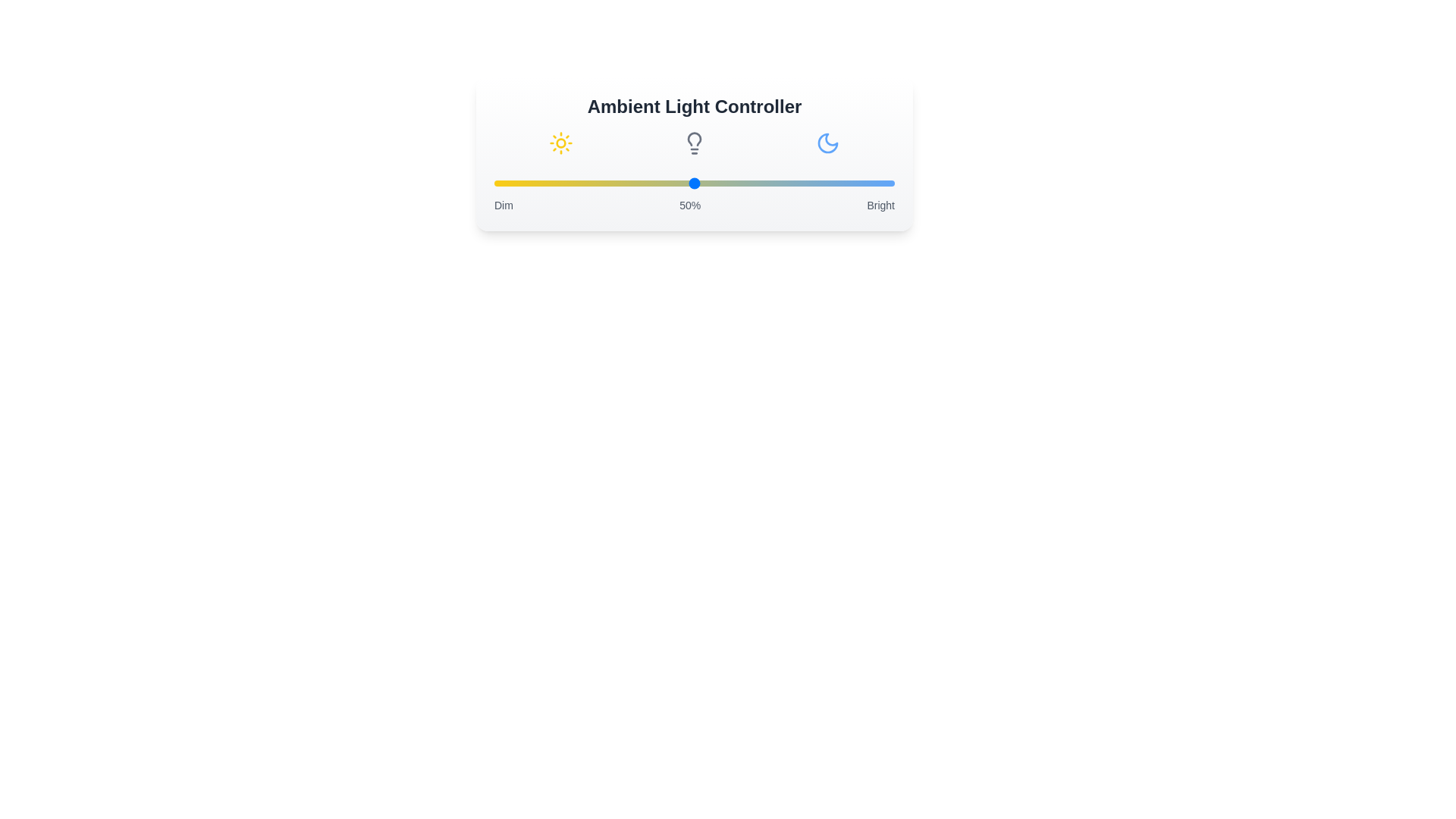 This screenshot has height=819, width=1456. Describe the element at coordinates (694, 143) in the screenshot. I see `the Lightbulb icon to interact with it` at that location.